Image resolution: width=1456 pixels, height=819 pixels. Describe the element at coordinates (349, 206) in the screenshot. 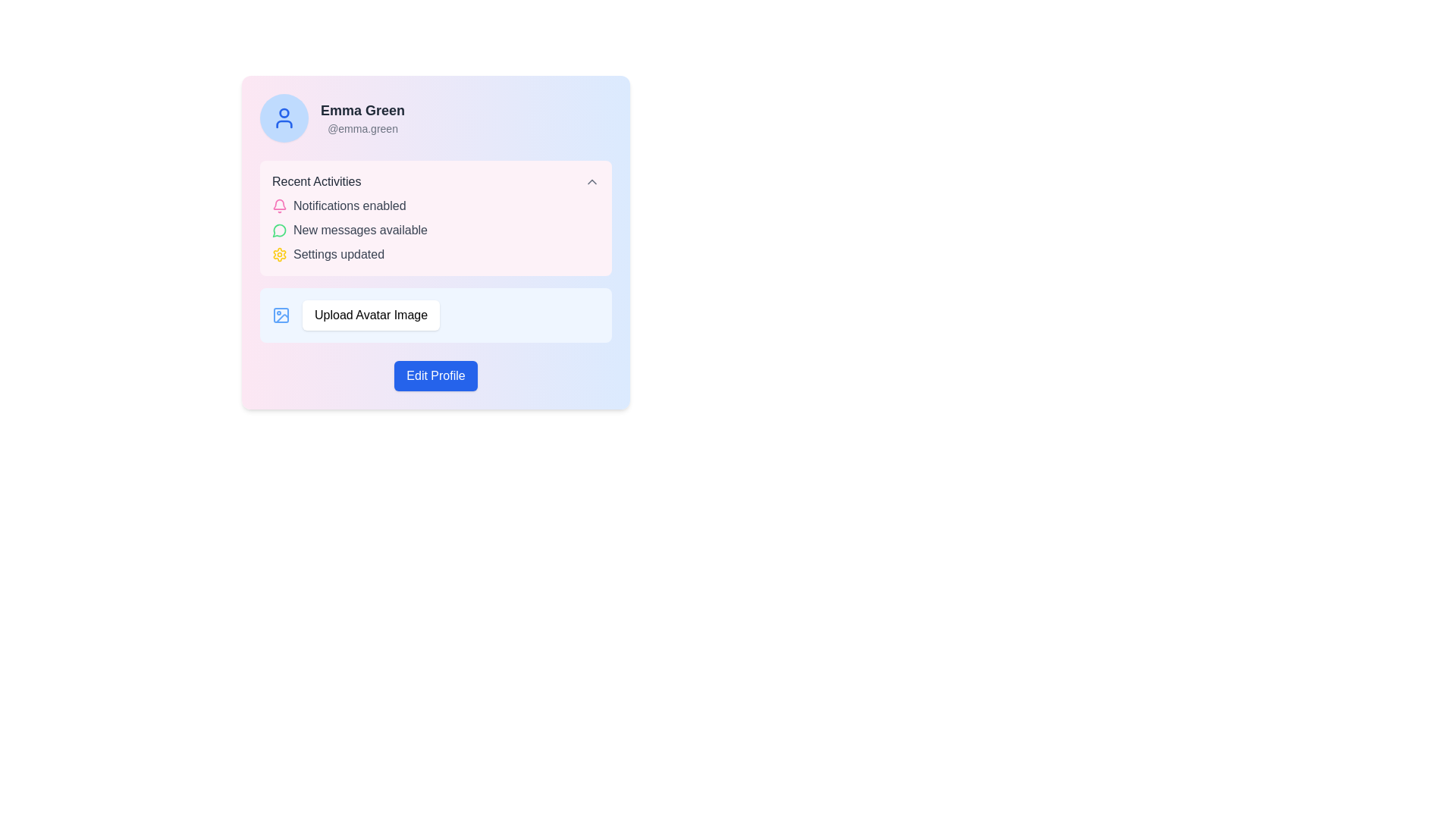

I see `the informative text label displaying 'Notifications enabled', which is located in the 'Recent Activities' section, positioned to the right of the pink bell icon` at that location.